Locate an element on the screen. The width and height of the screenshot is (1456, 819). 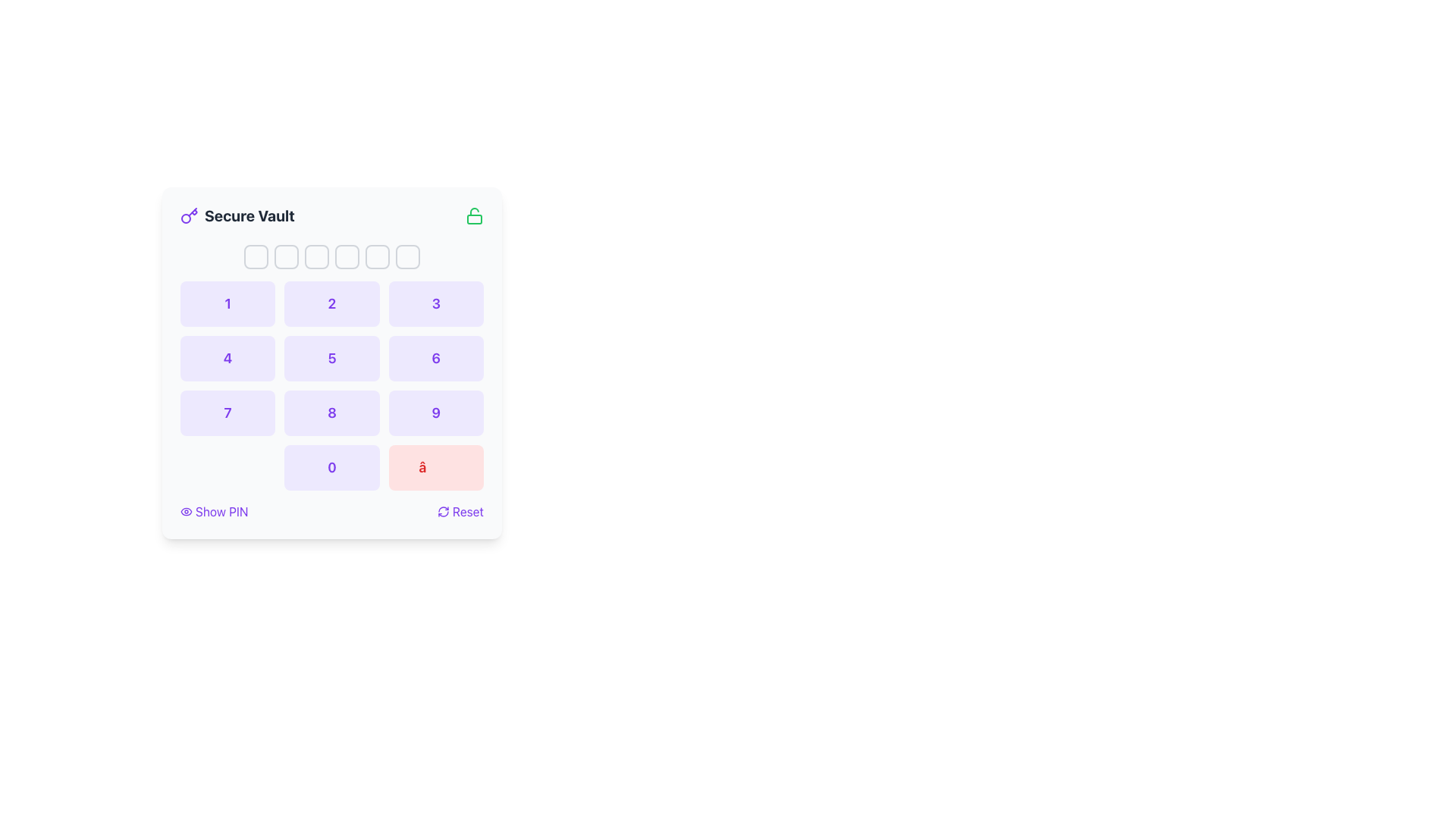
the rectangular button displaying '6', which is purple on a light violet background is located at coordinates (435, 359).